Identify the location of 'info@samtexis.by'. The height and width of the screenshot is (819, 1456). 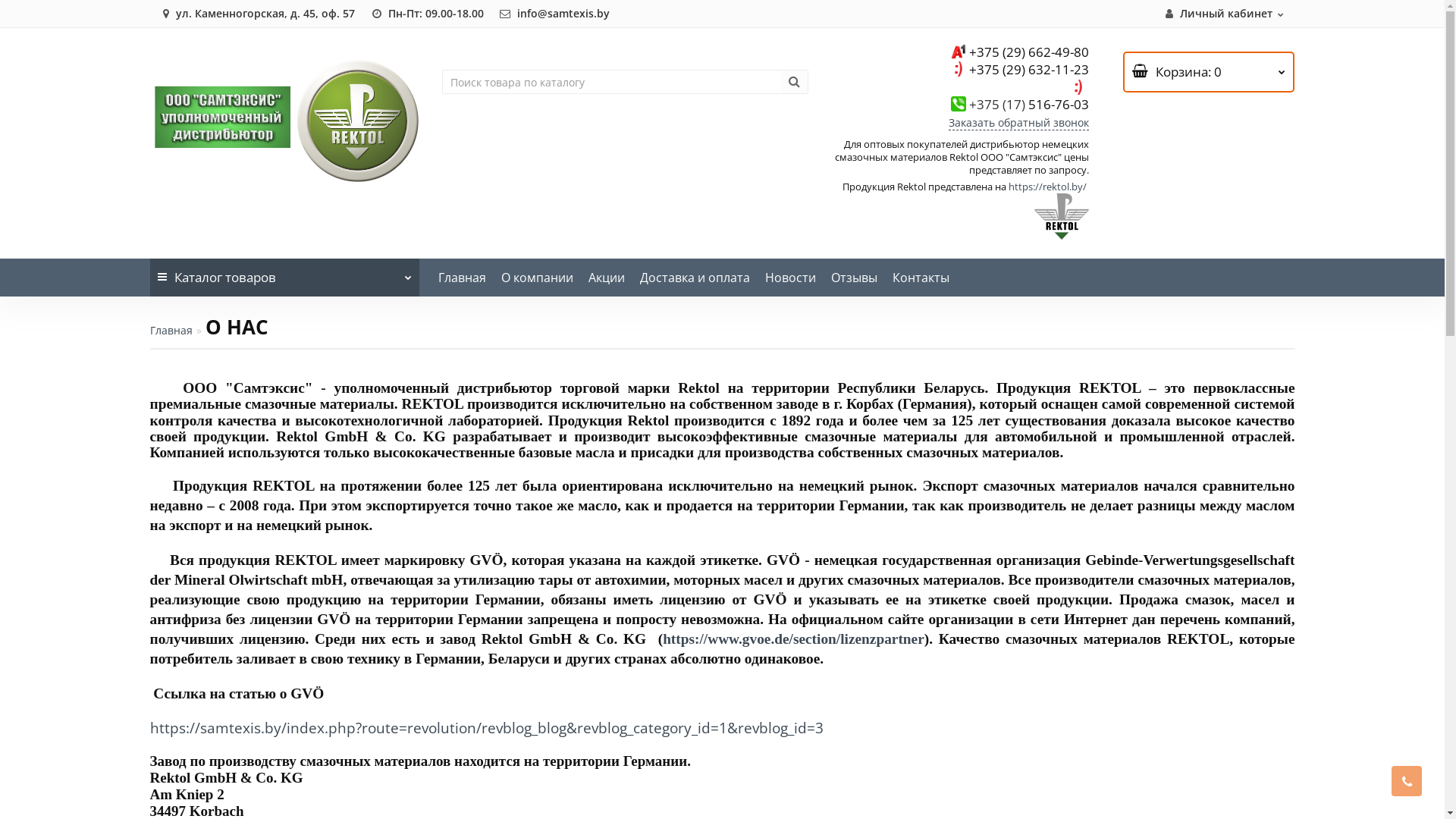
(553, 14).